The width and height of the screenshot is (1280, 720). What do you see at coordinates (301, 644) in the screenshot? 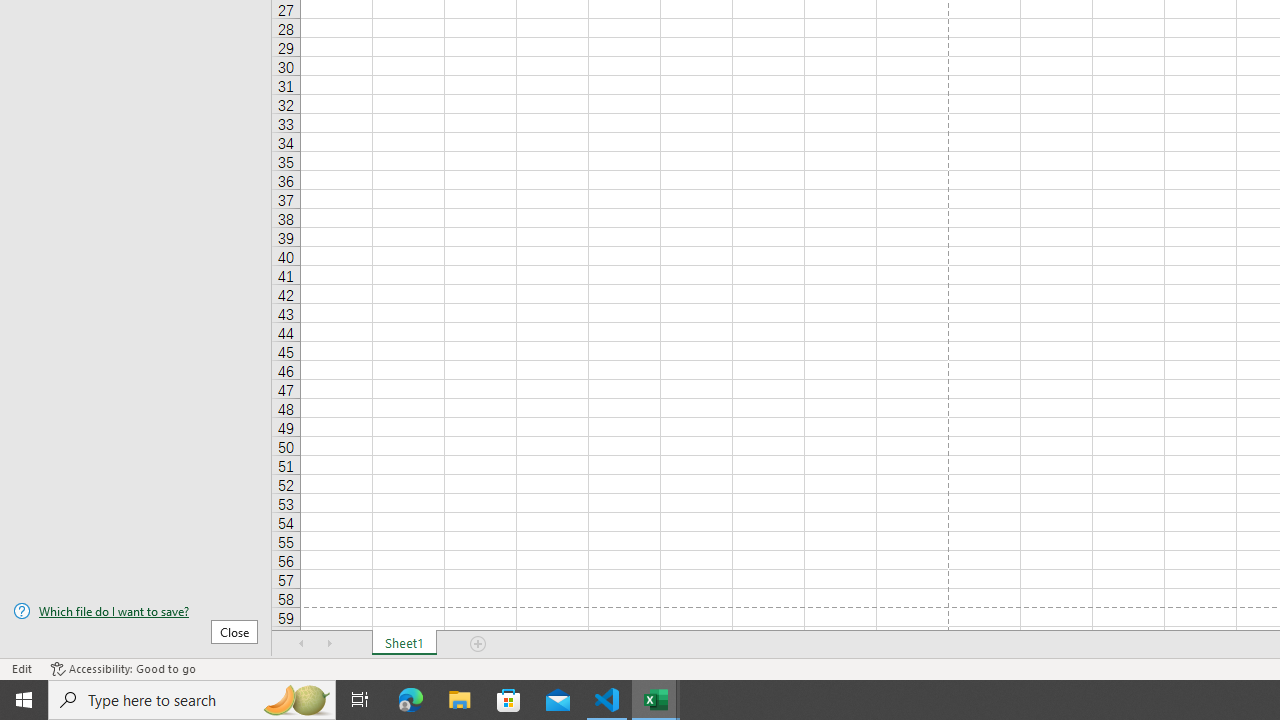
I see `'Scroll Left'` at bounding box center [301, 644].